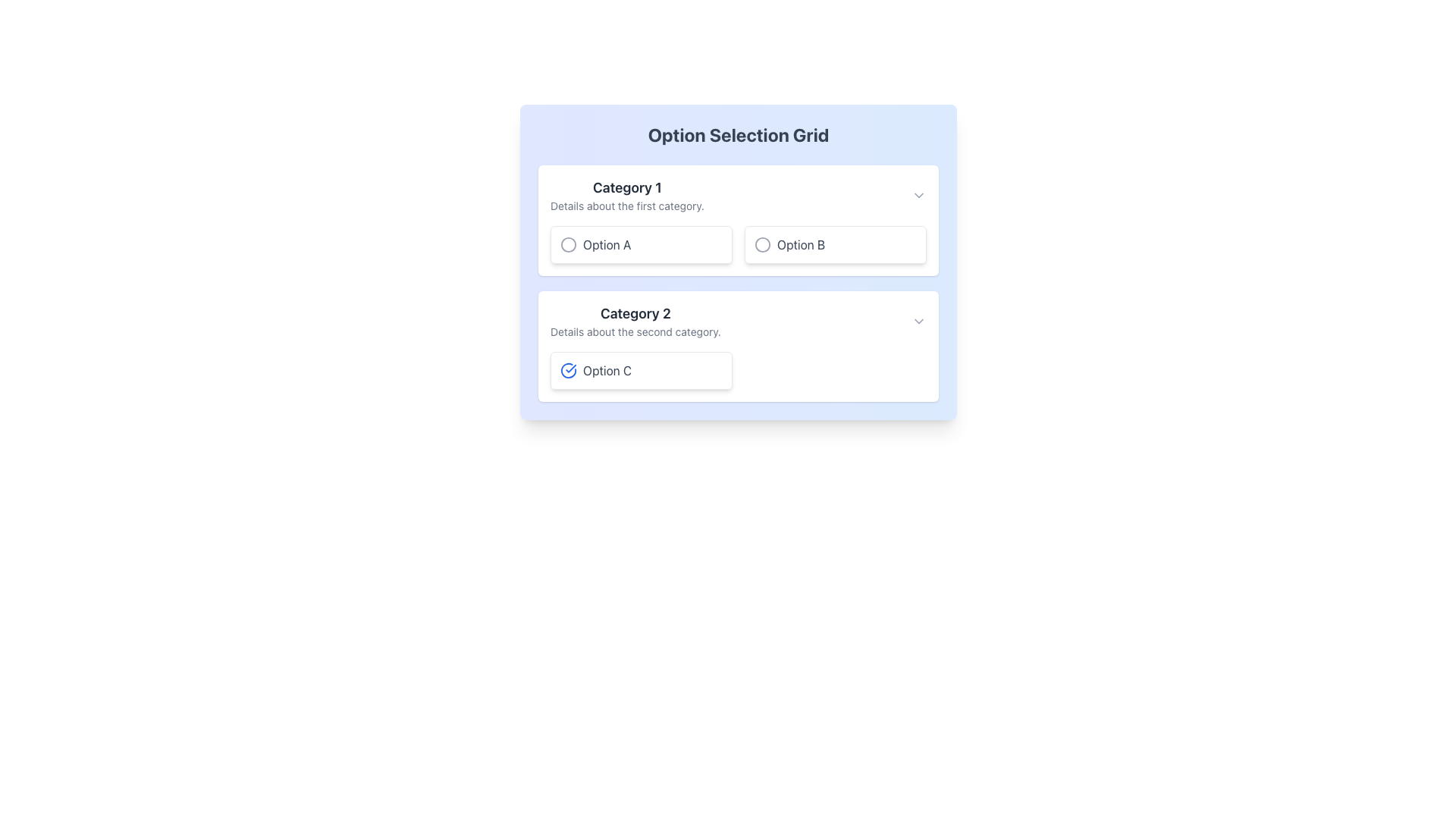  Describe the element at coordinates (918, 321) in the screenshot. I see `the downwards-pointing gray chevron icon located at the far right of the 'Category 2' panel's header row, next to the text 'Category 2'` at that location.